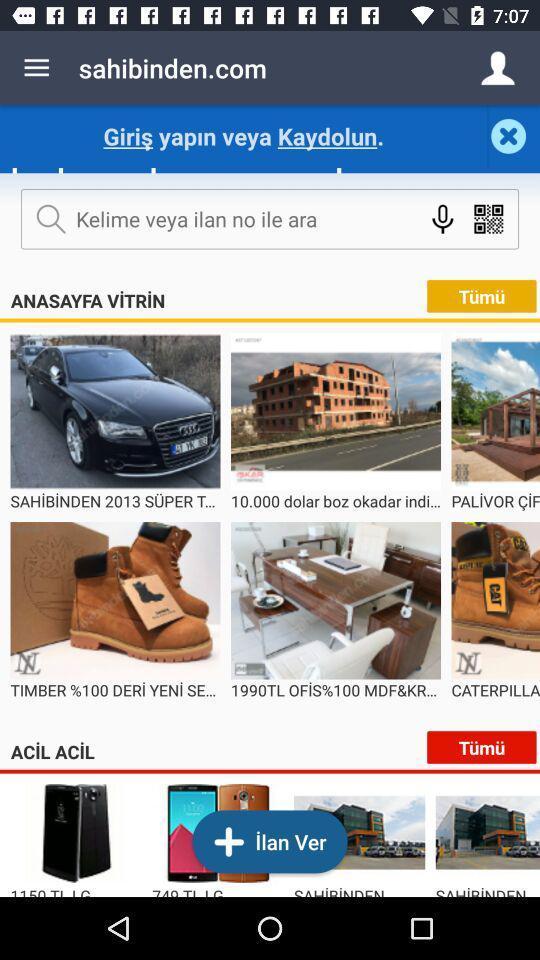 The image size is (540, 960). I want to click on the close icon, so click(513, 135).